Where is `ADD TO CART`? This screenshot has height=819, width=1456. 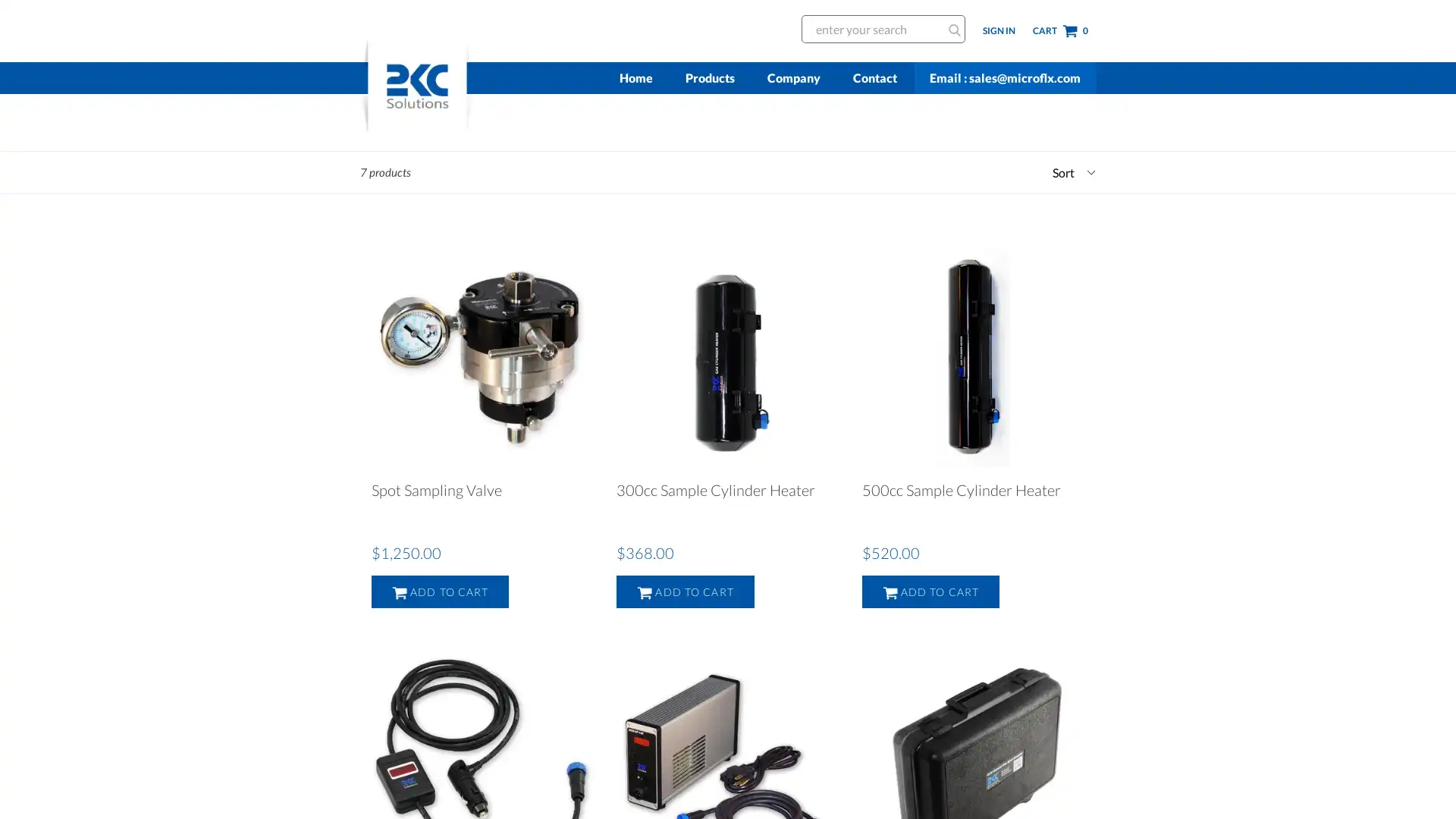
ADD TO CART is located at coordinates (930, 591).